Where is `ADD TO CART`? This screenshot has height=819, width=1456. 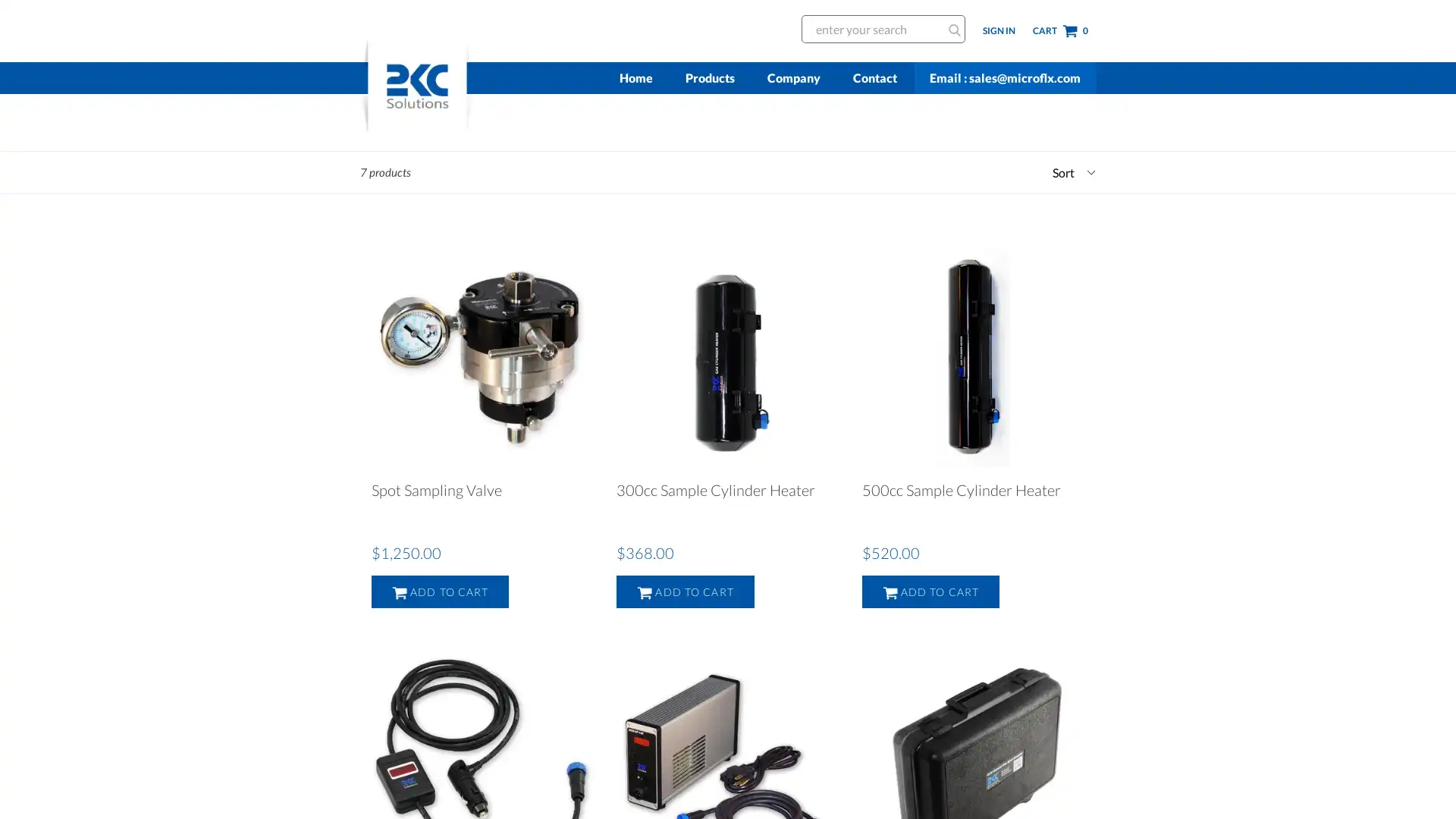
ADD TO CART is located at coordinates (930, 591).